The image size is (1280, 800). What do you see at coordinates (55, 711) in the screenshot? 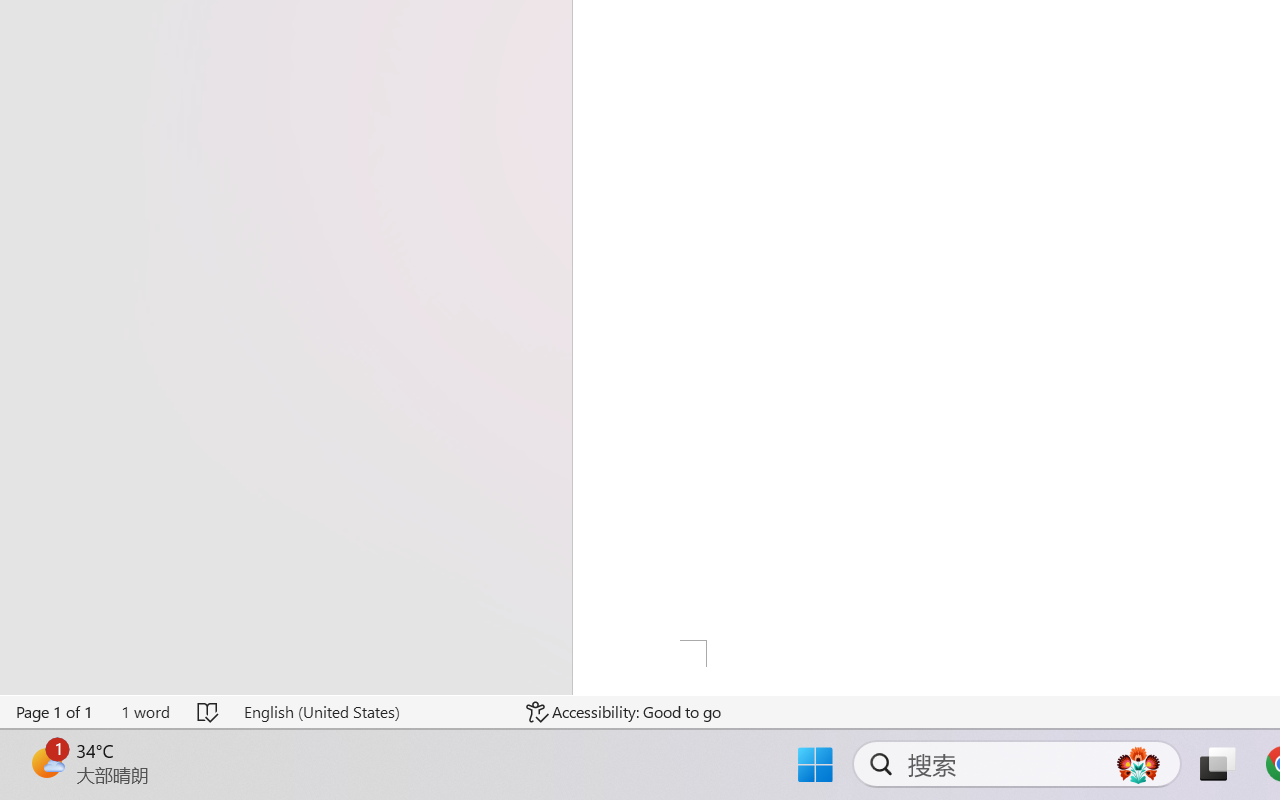
I see `'Page Number Page 1 of 1'` at bounding box center [55, 711].